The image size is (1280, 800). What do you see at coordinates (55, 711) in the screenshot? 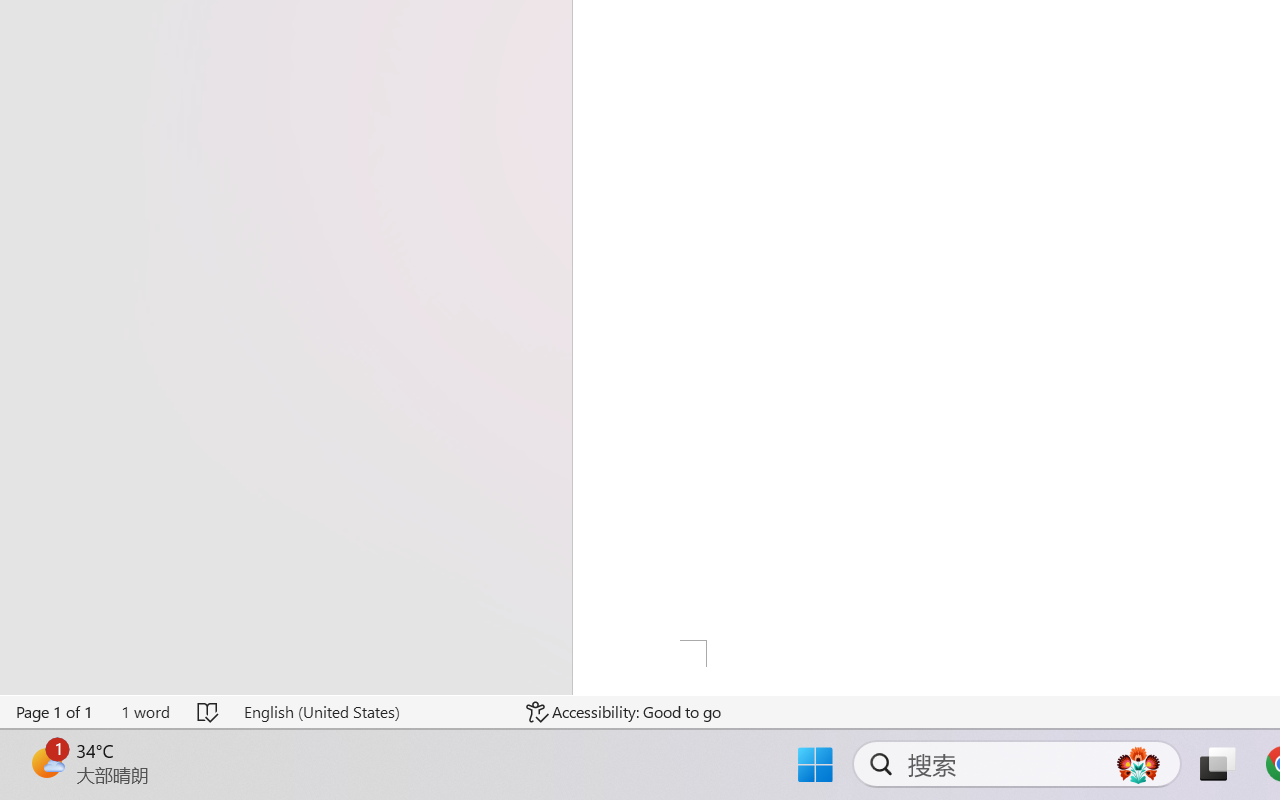
I see `'Page Number Page 1 of 1'` at bounding box center [55, 711].